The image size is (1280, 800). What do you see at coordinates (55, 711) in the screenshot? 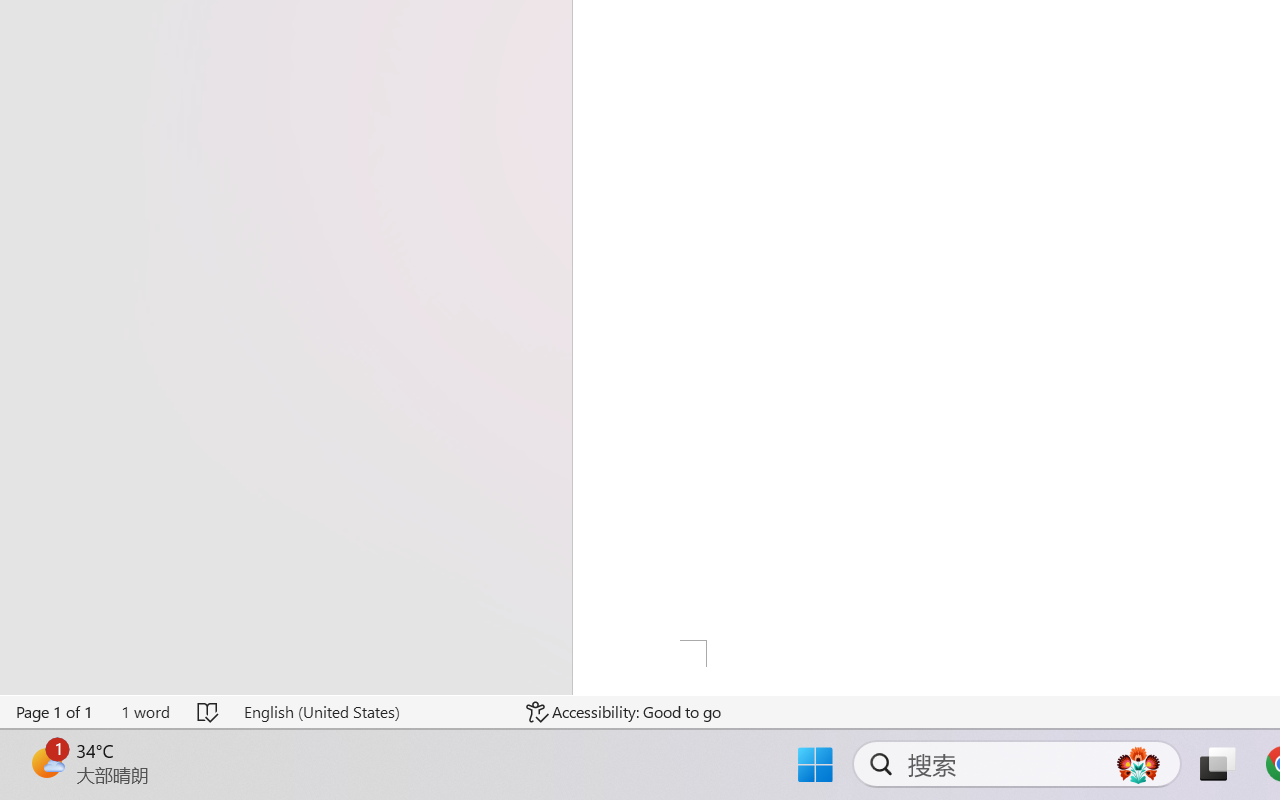
I see `'Page Number Page 1 of 1'` at bounding box center [55, 711].